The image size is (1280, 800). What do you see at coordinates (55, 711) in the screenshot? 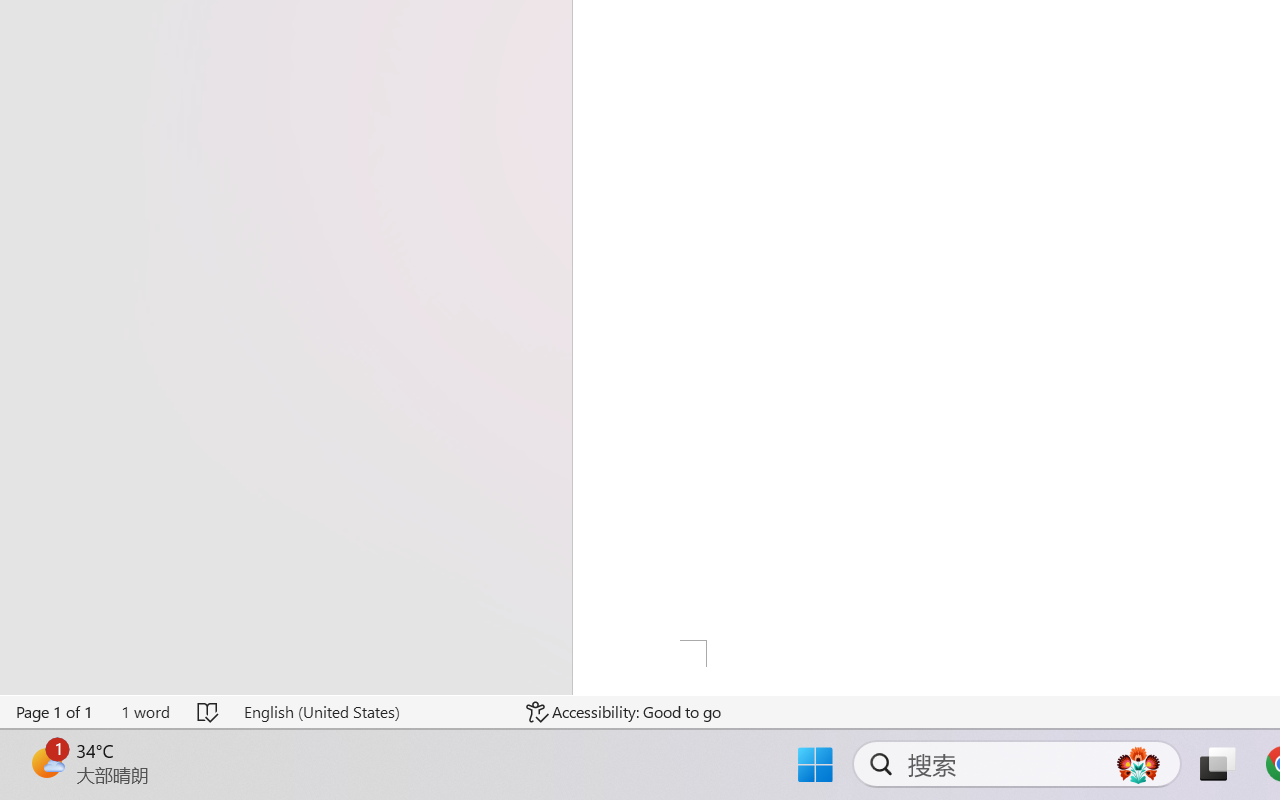
I see `'Page Number Page 1 of 1'` at bounding box center [55, 711].